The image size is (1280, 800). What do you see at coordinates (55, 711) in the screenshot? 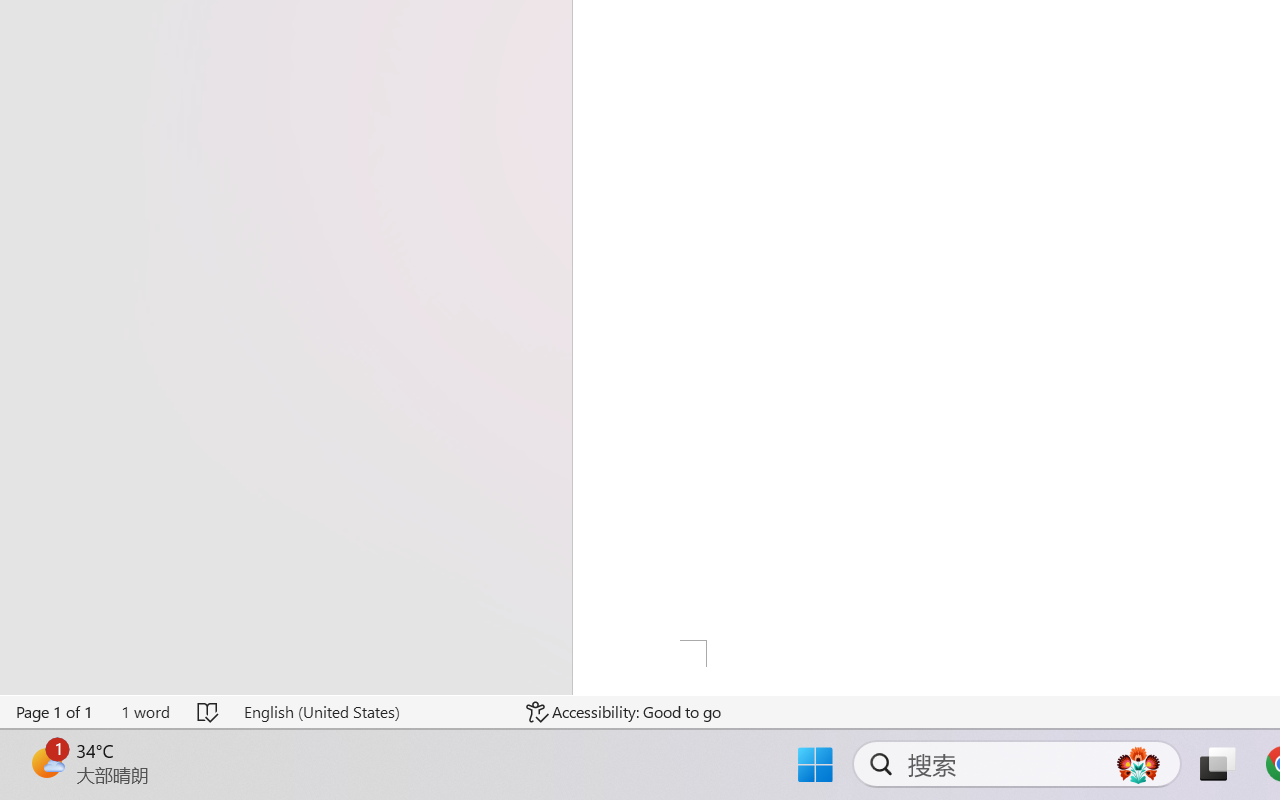
I see `'Page Number Page 1 of 1'` at bounding box center [55, 711].